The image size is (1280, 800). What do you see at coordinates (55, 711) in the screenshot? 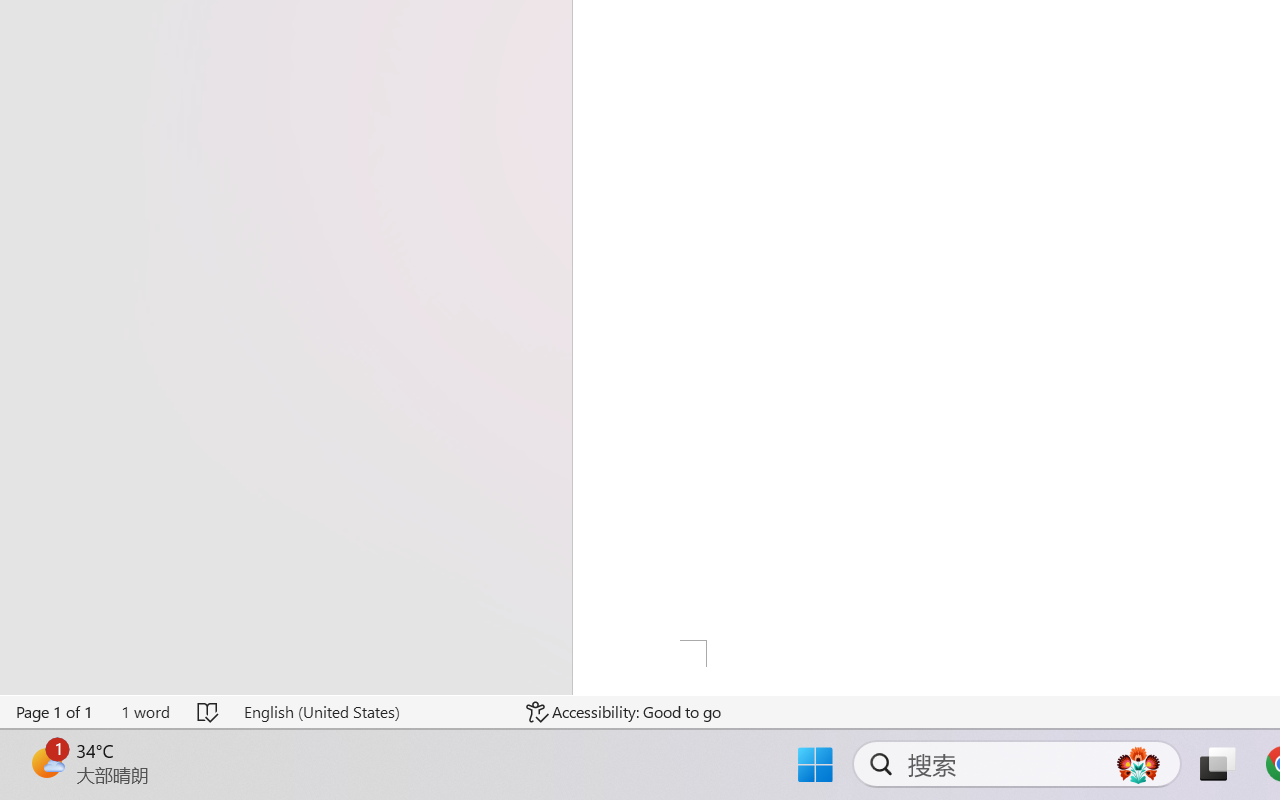
I see `'Page Number Page 1 of 1'` at bounding box center [55, 711].